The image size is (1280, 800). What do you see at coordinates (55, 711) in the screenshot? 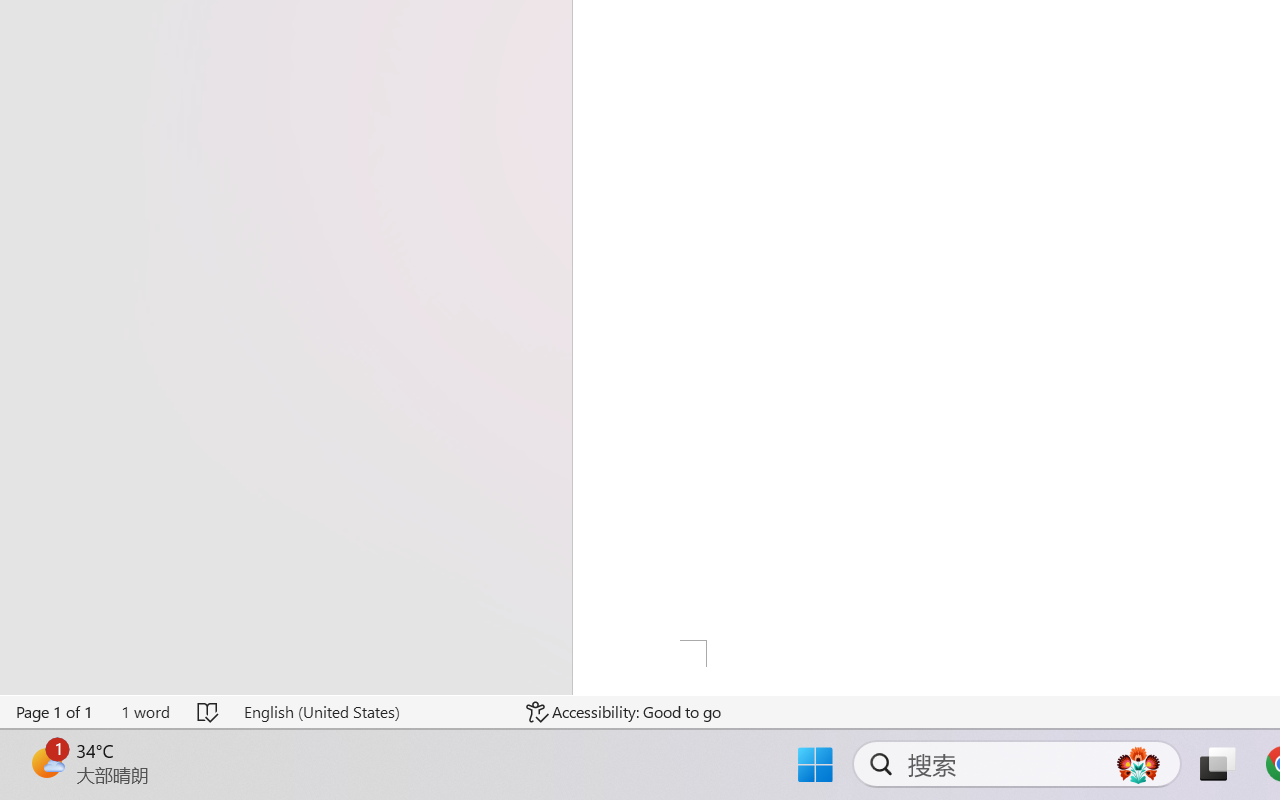
I see `'Page Number Page 1 of 1'` at bounding box center [55, 711].